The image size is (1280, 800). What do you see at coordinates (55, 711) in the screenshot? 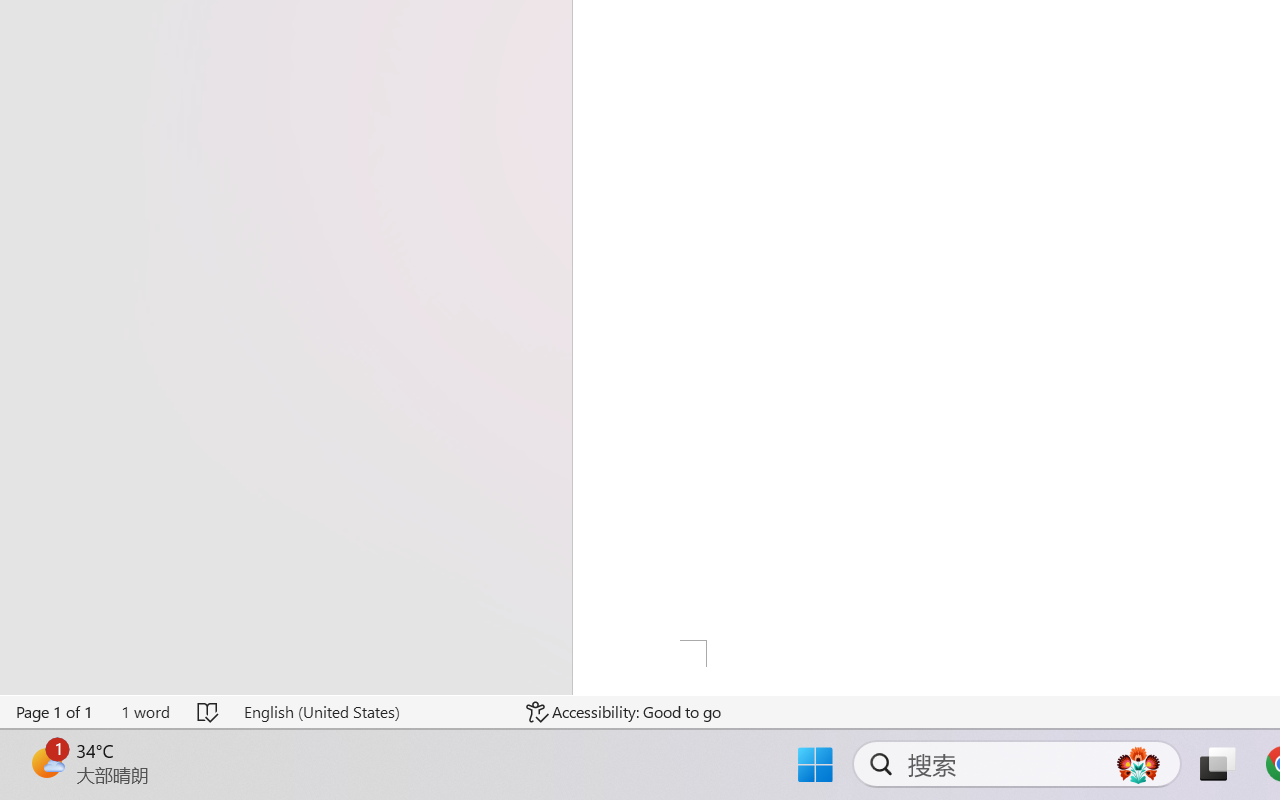
I see `'Page Number Page 1 of 1'` at bounding box center [55, 711].